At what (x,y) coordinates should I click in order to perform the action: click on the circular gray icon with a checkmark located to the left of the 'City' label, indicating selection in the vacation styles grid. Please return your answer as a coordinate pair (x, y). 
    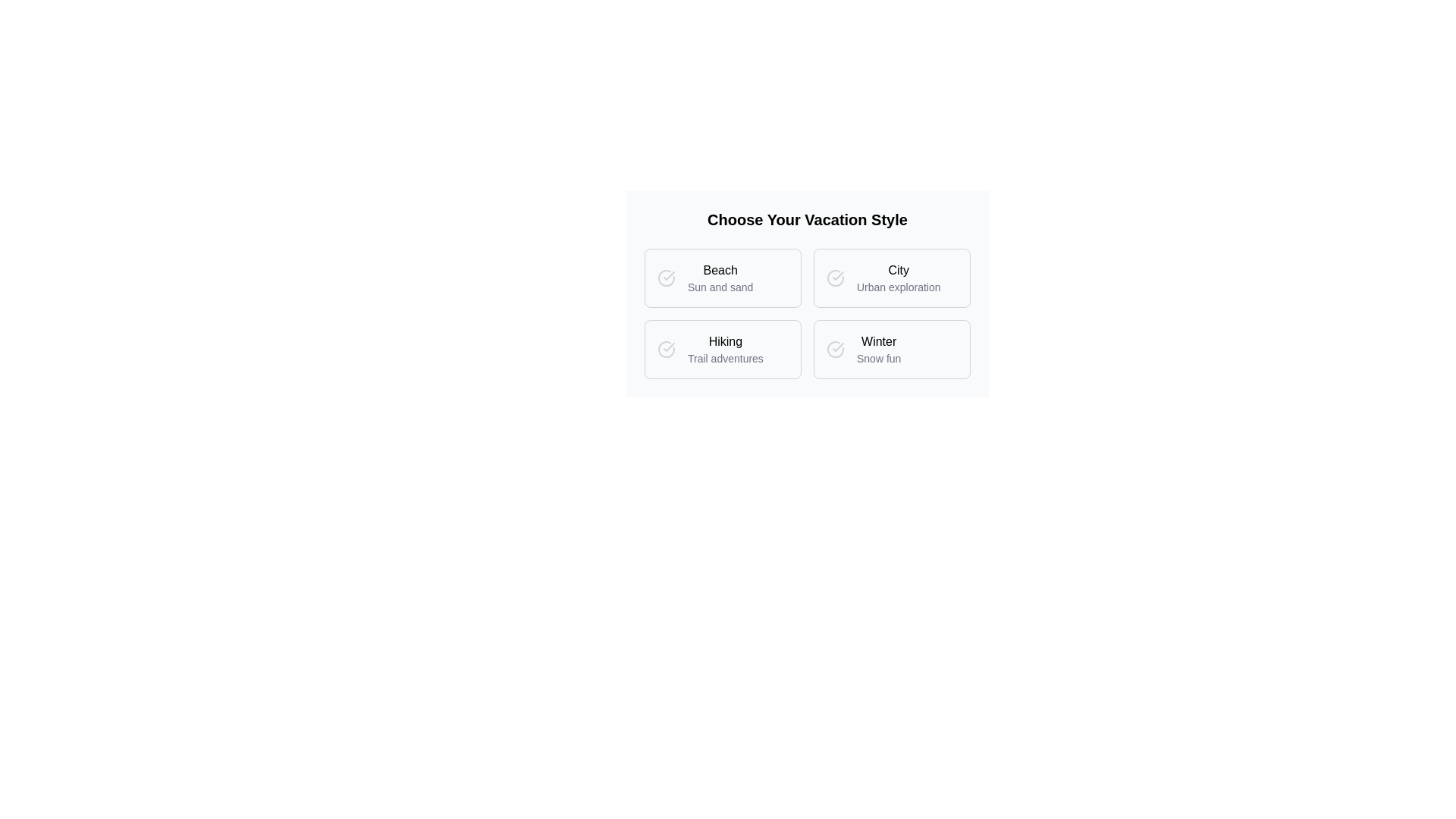
    Looking at the image, I should click on (835, 278).